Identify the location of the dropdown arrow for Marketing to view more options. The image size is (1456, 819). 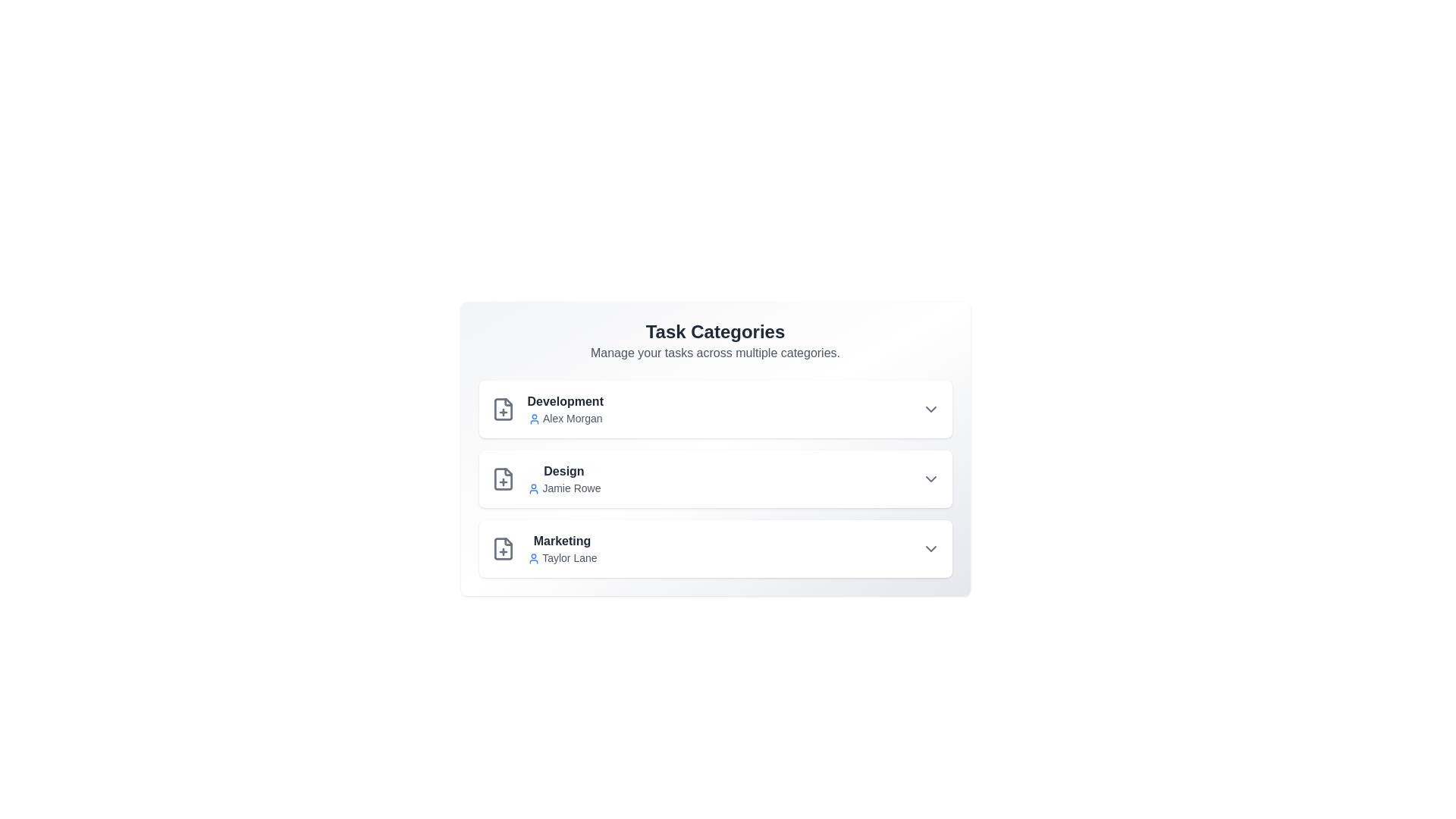
(930, 549).